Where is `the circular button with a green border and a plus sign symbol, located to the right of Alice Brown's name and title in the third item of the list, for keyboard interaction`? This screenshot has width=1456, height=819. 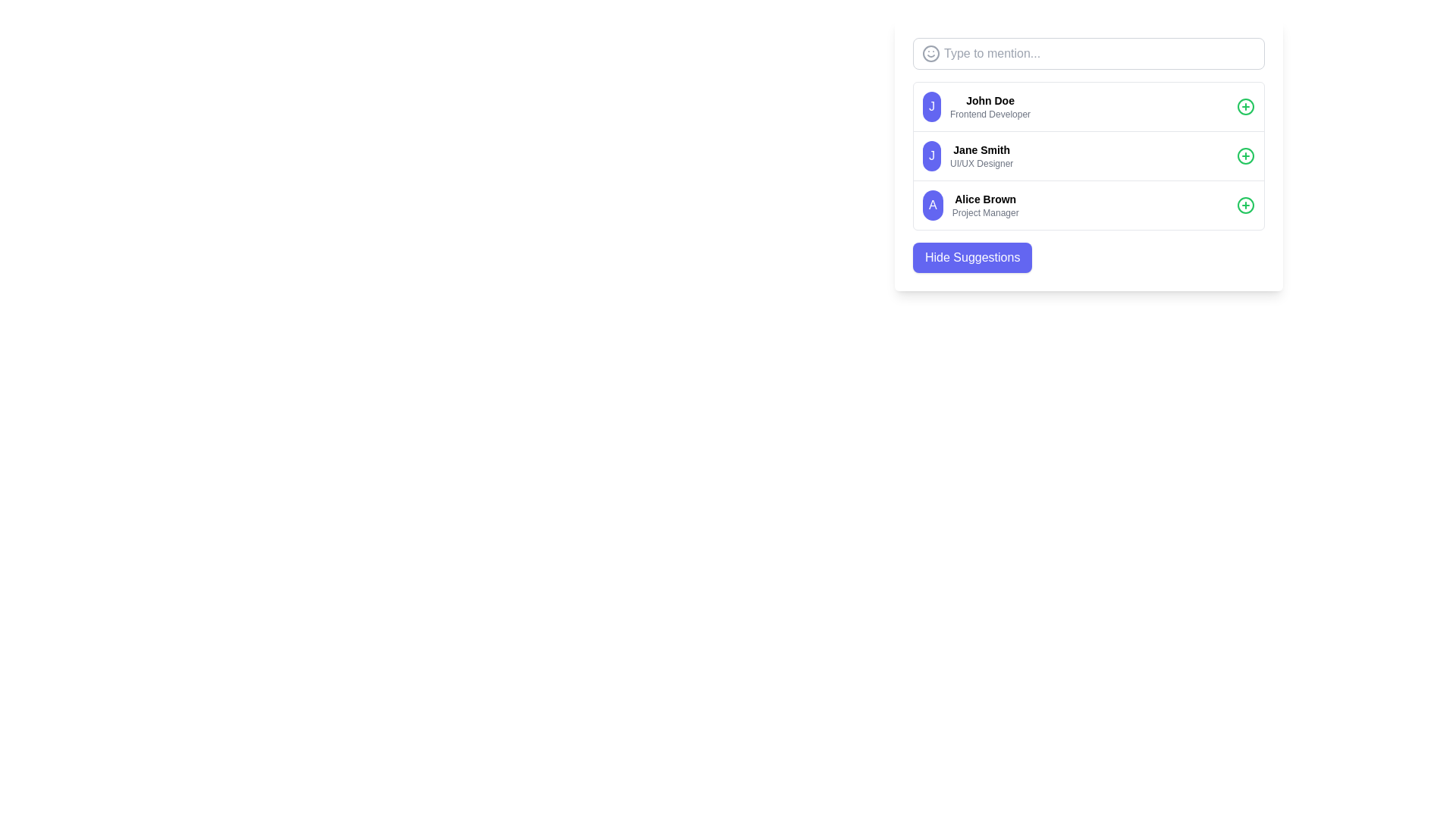 the circular button with a green border and a plus sign symbol, located to the right of Alice Brown's name and title in the third item of the list, for keyboard interaction is located at coordinates (1245, 205).